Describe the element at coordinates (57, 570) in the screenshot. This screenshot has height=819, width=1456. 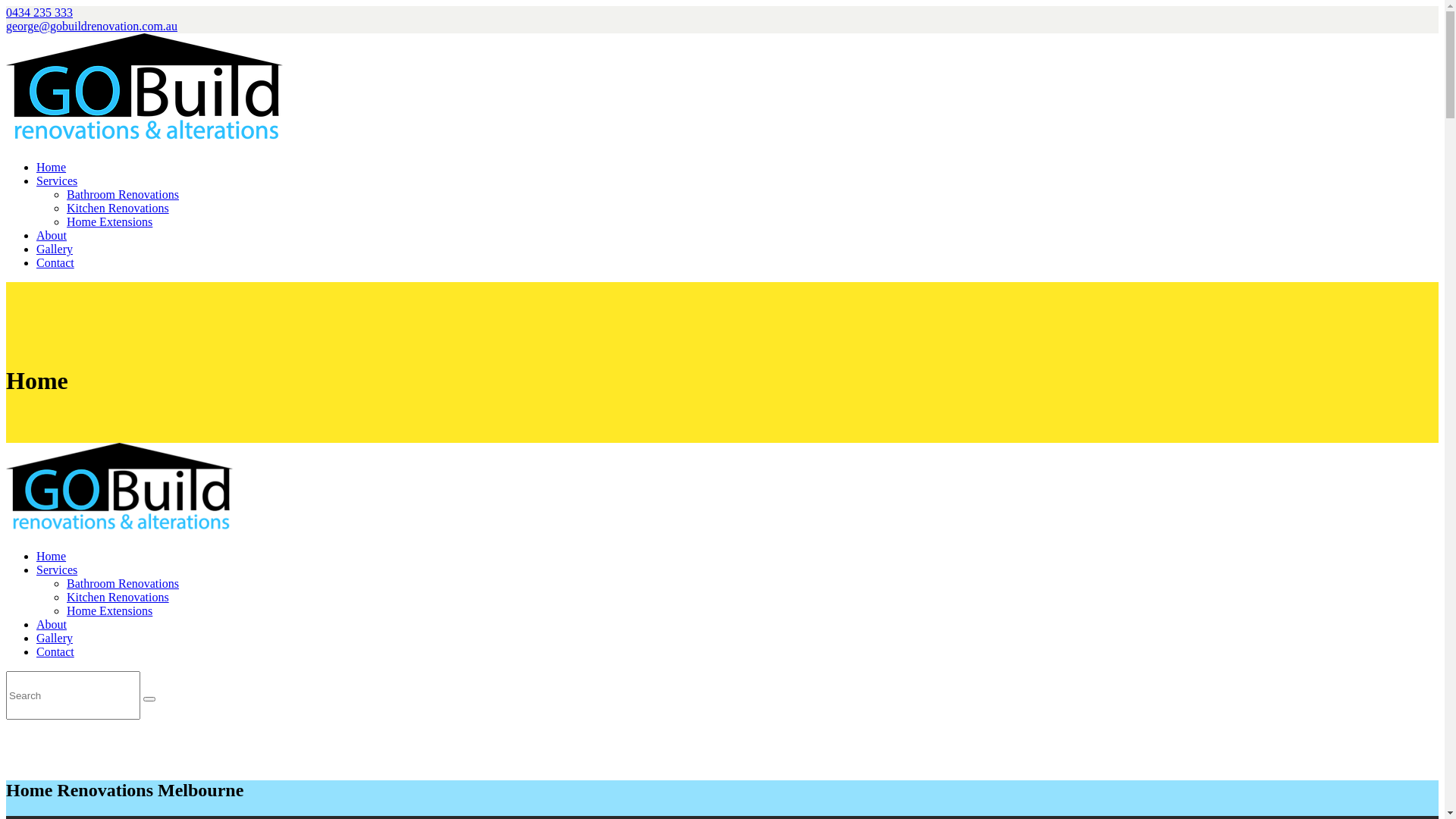
I see `'Services'` at that location.